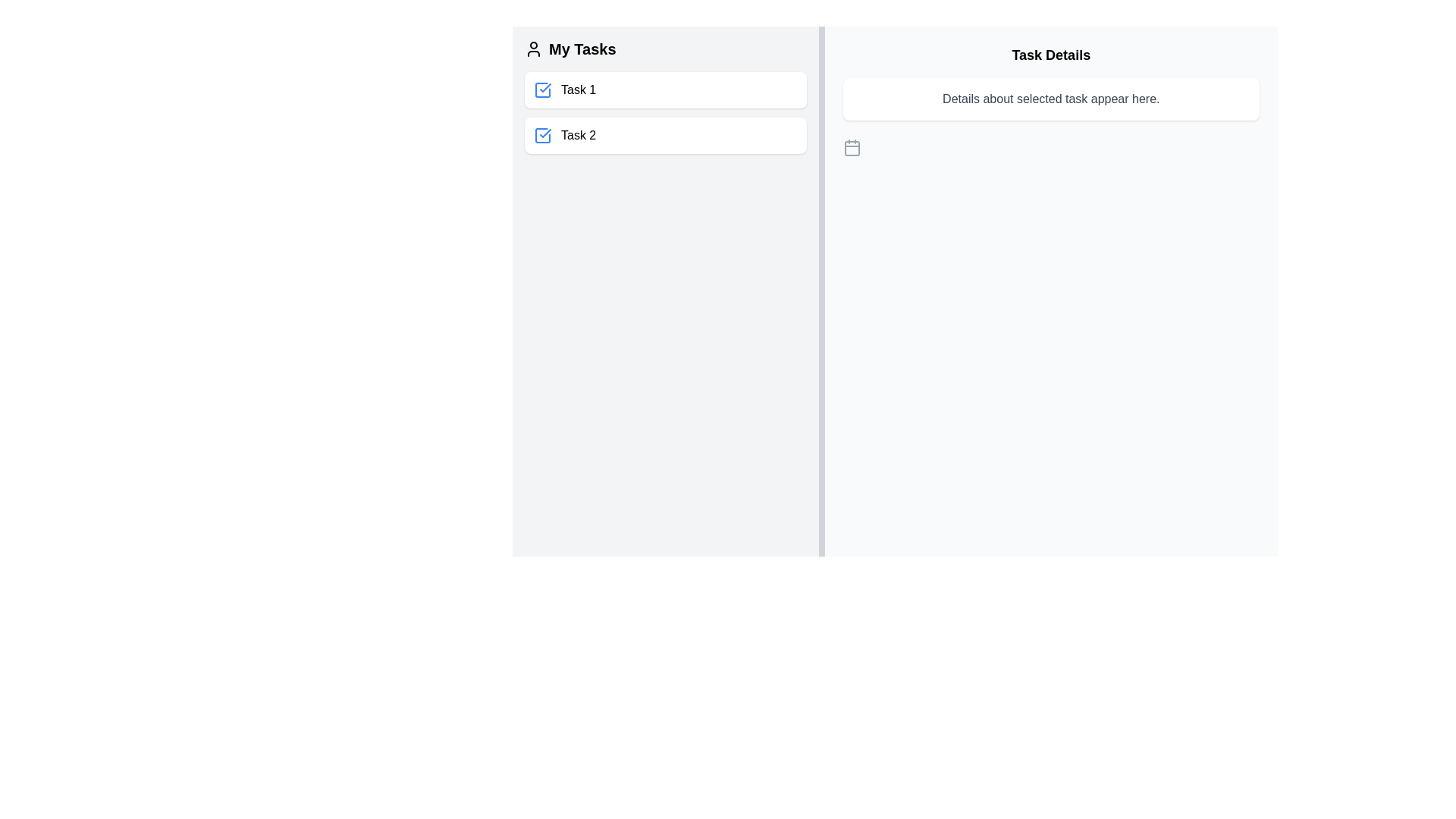 Image resolution: width=1456 pixels, height=819 pixels. What do you see at coordinates (852, 149) in the screenshot?
I see `the SVG rectangle component that is part of the calendar icon representation located below the 'Task Details' heading on the right panel of the interface` at bounding box center [852, 149].